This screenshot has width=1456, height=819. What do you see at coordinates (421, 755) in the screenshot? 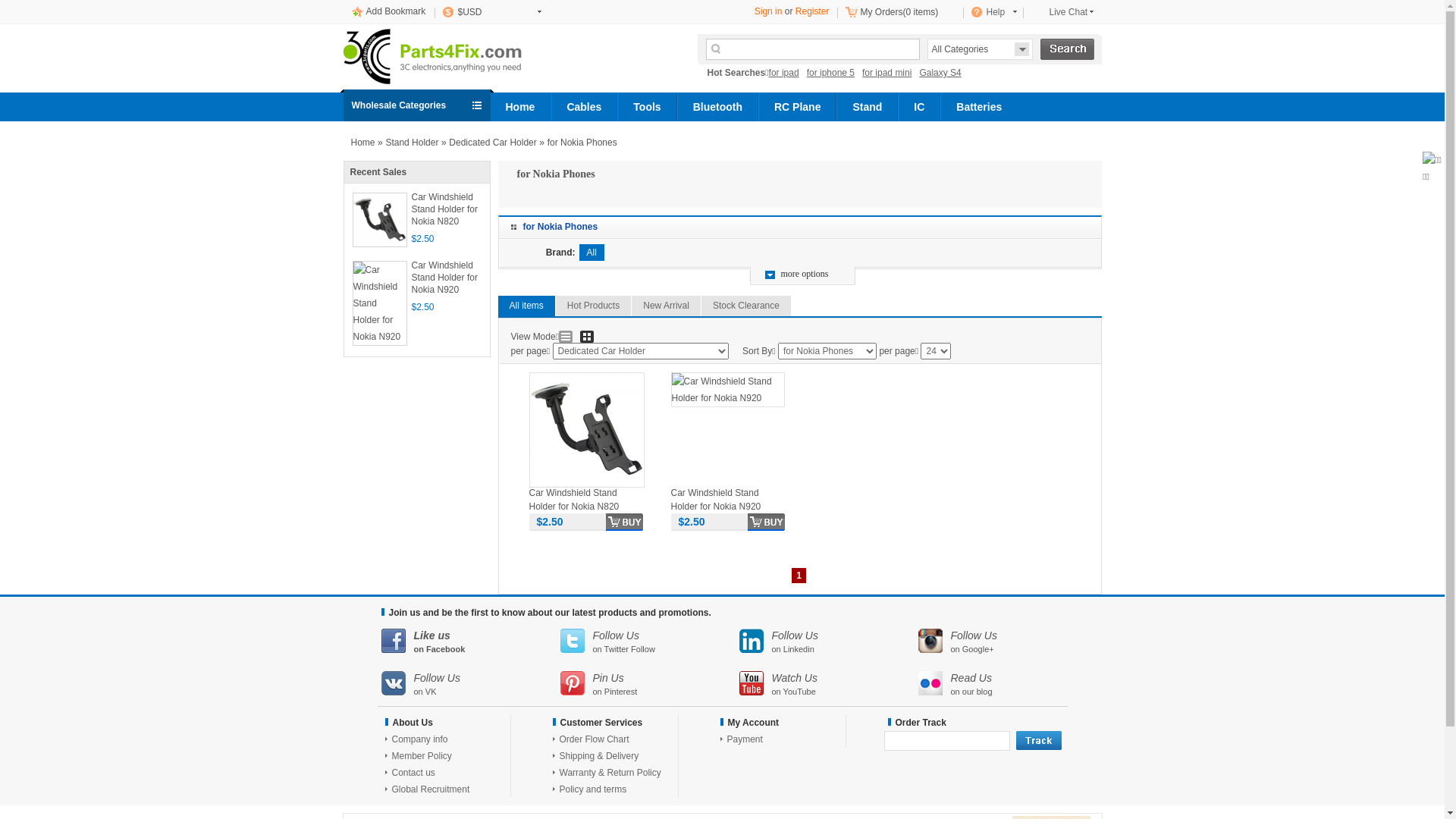
I see `'Member Policy'` at bounding box center [421, 755].